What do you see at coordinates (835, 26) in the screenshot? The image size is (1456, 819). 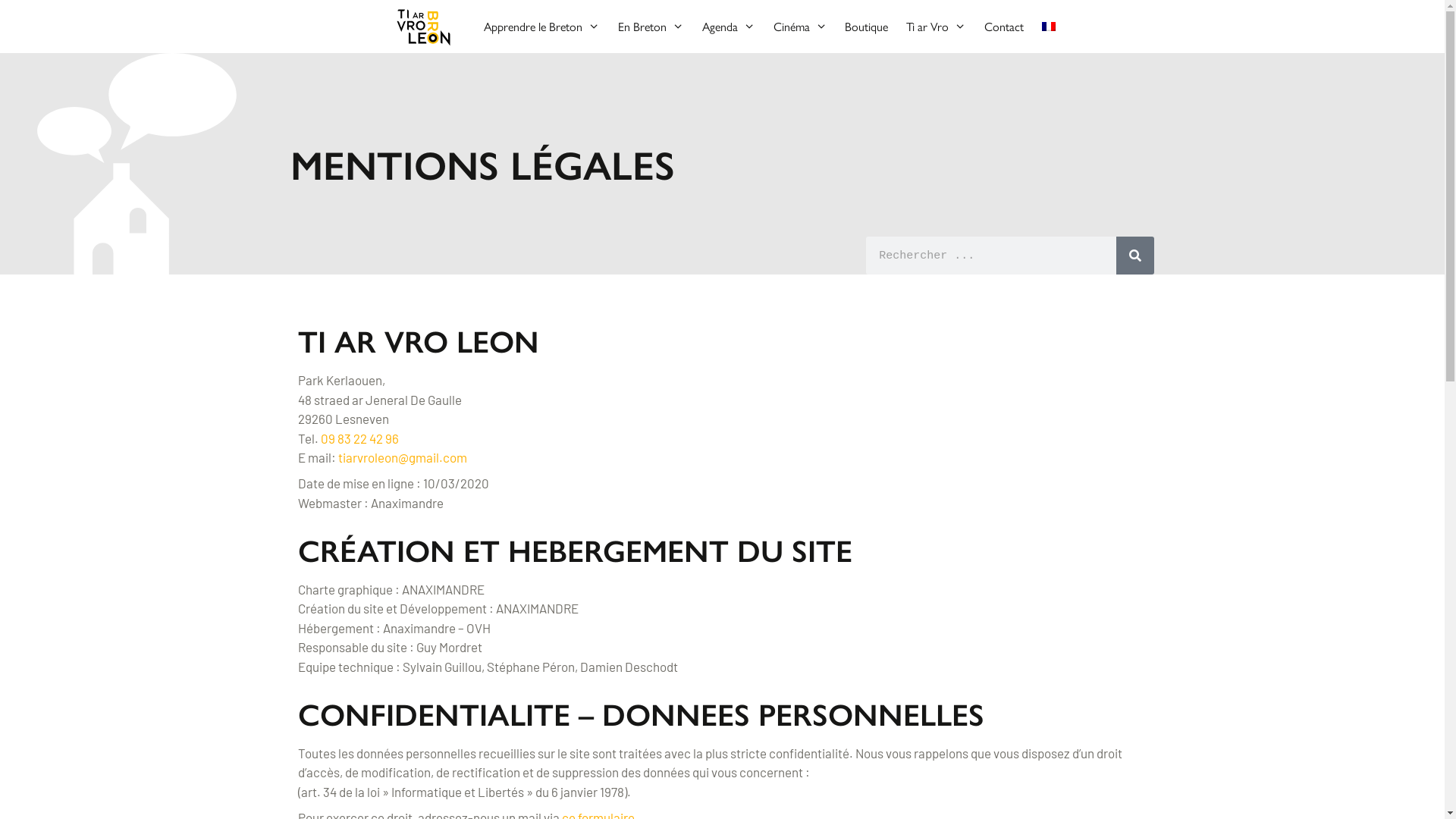 I see `'Boutique'` at bounding box center [835, 26].